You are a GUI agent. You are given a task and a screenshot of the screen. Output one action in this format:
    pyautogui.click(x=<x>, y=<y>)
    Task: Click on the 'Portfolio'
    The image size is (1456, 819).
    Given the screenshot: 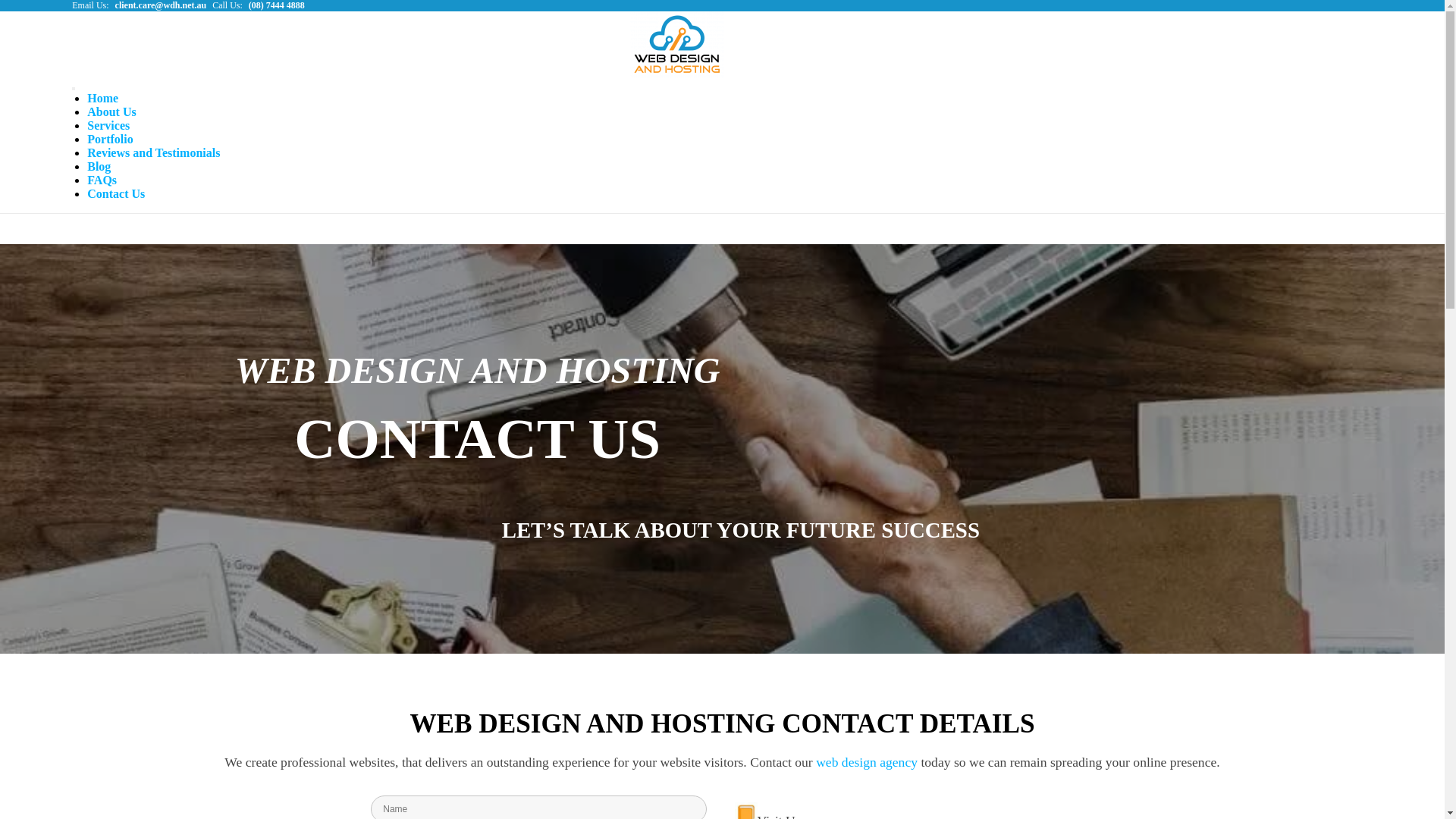 What is the action you would take?
    pyautogui.click(x=108, y=139)
    